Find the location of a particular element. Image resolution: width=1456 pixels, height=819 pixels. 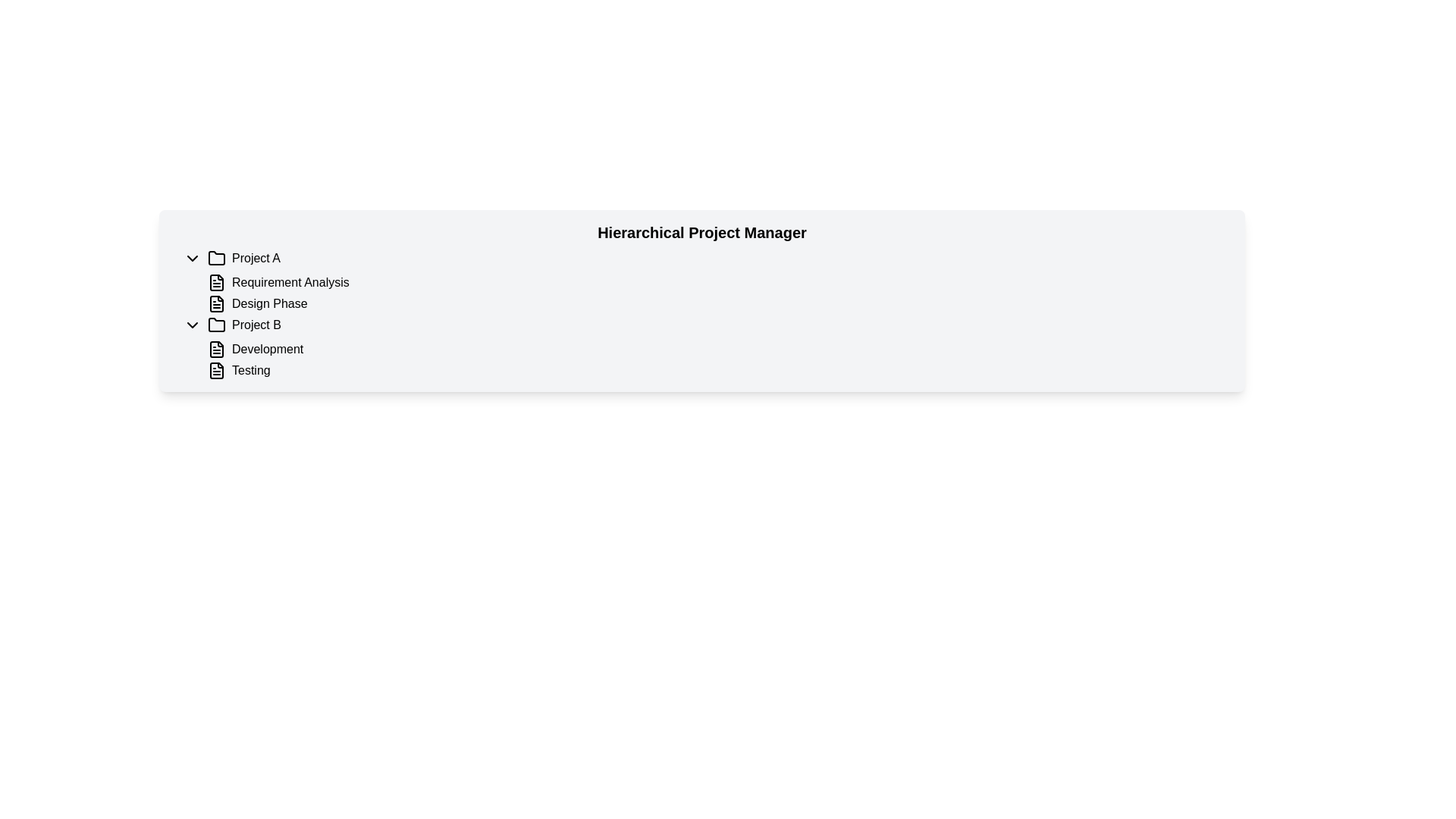

text displayed in the header that says 'Hierarchical Project Manager', which is located at the top-center of the gray box is located at coordinates (701, 233).